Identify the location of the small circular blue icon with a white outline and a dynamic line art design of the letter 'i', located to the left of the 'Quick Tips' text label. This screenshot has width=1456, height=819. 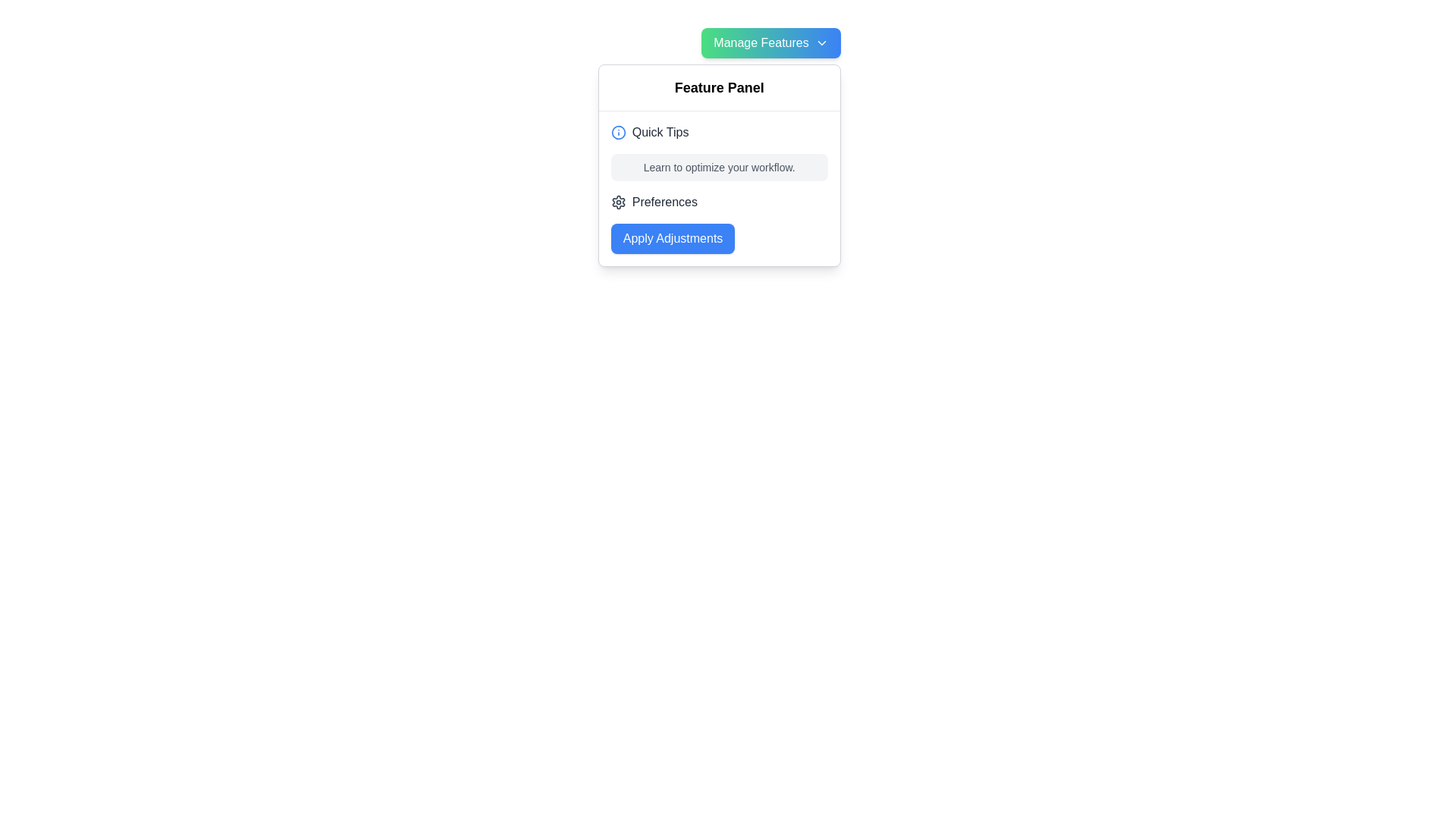
(618, 131).